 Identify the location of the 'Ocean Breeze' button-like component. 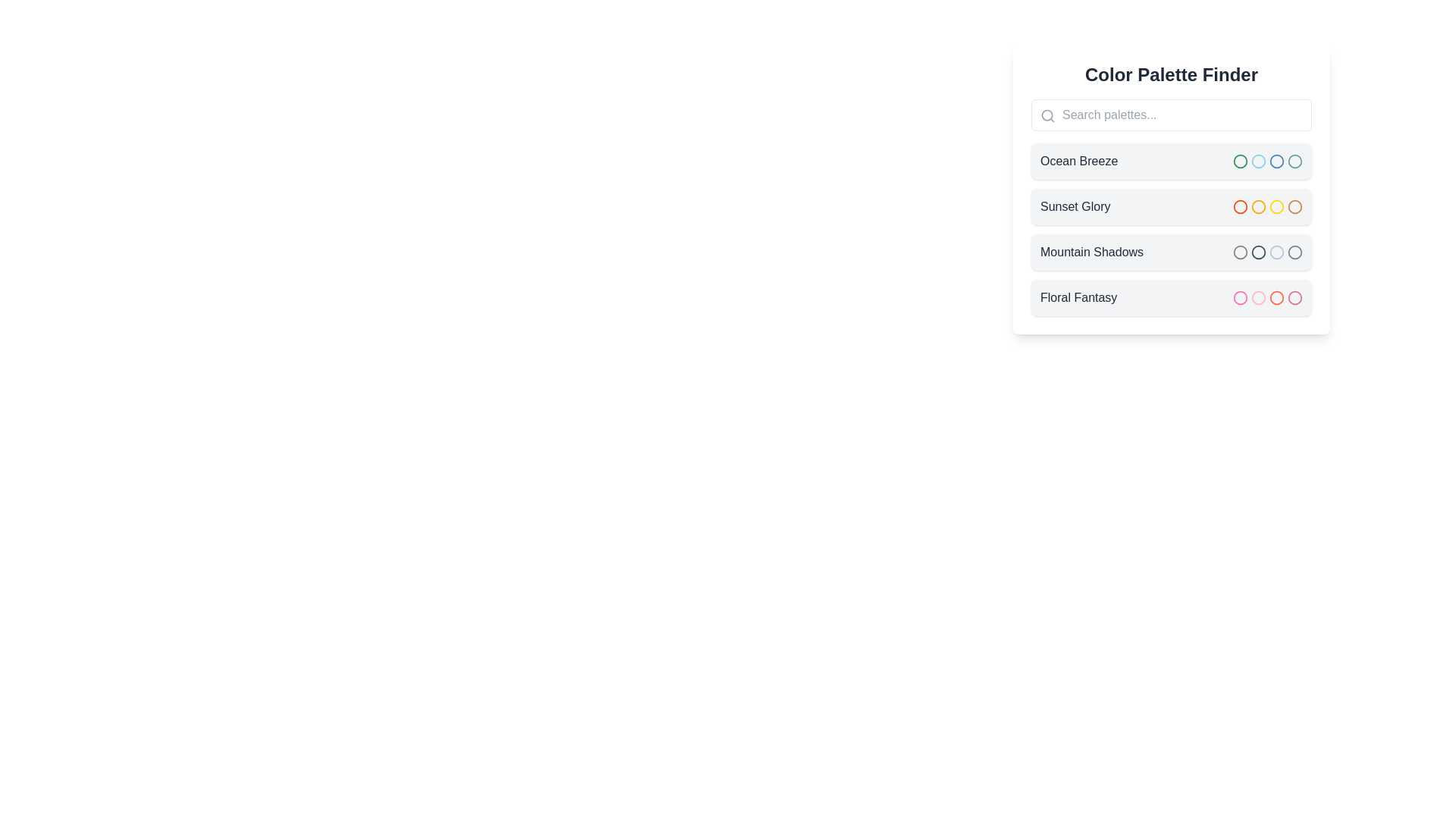
(1171, 161).